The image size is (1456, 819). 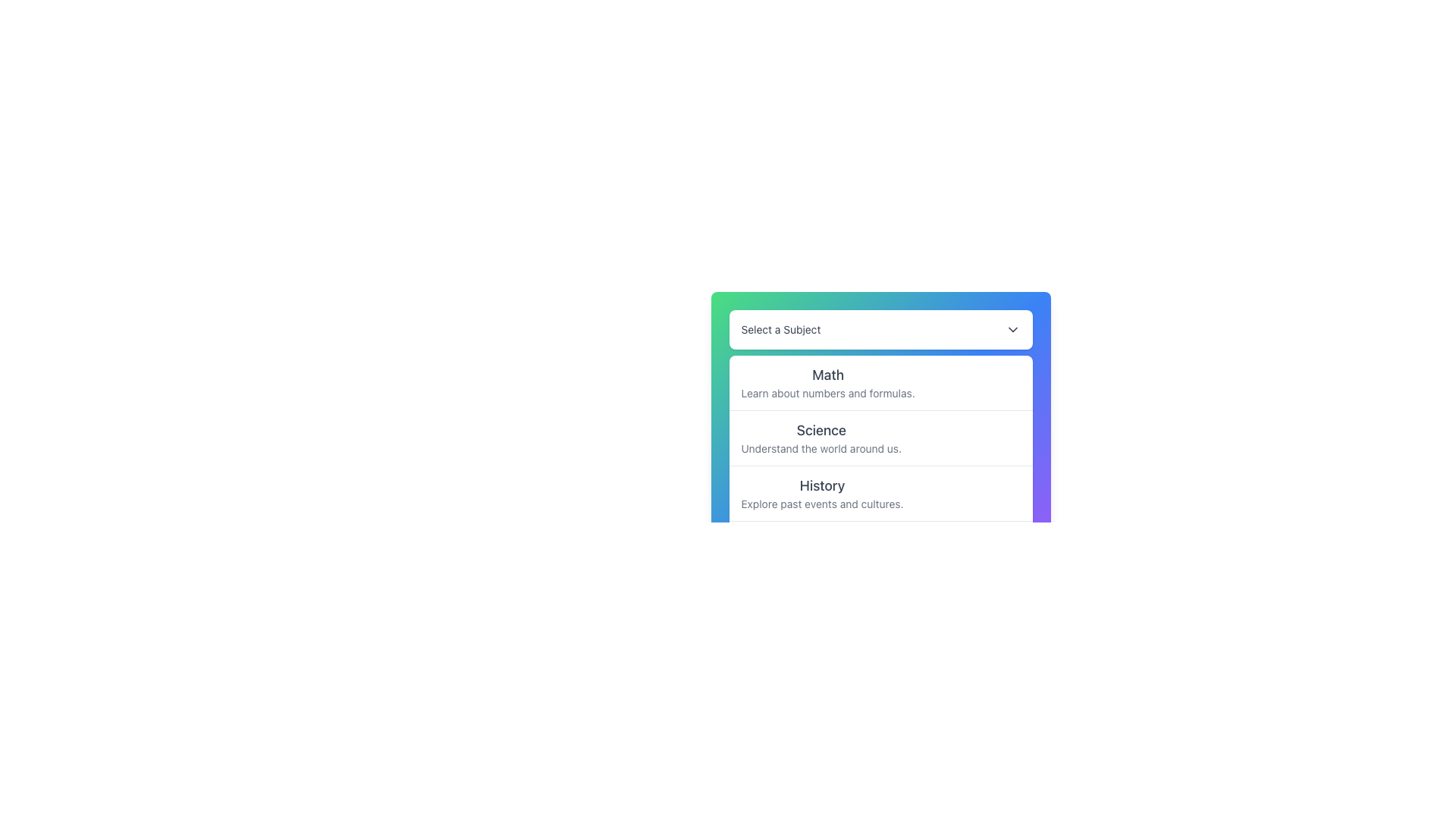 I want to click on the downward-pointing chevron icon button on the right side of the 'Select a Subject' dropdown header, so click(x=1012, y=329).